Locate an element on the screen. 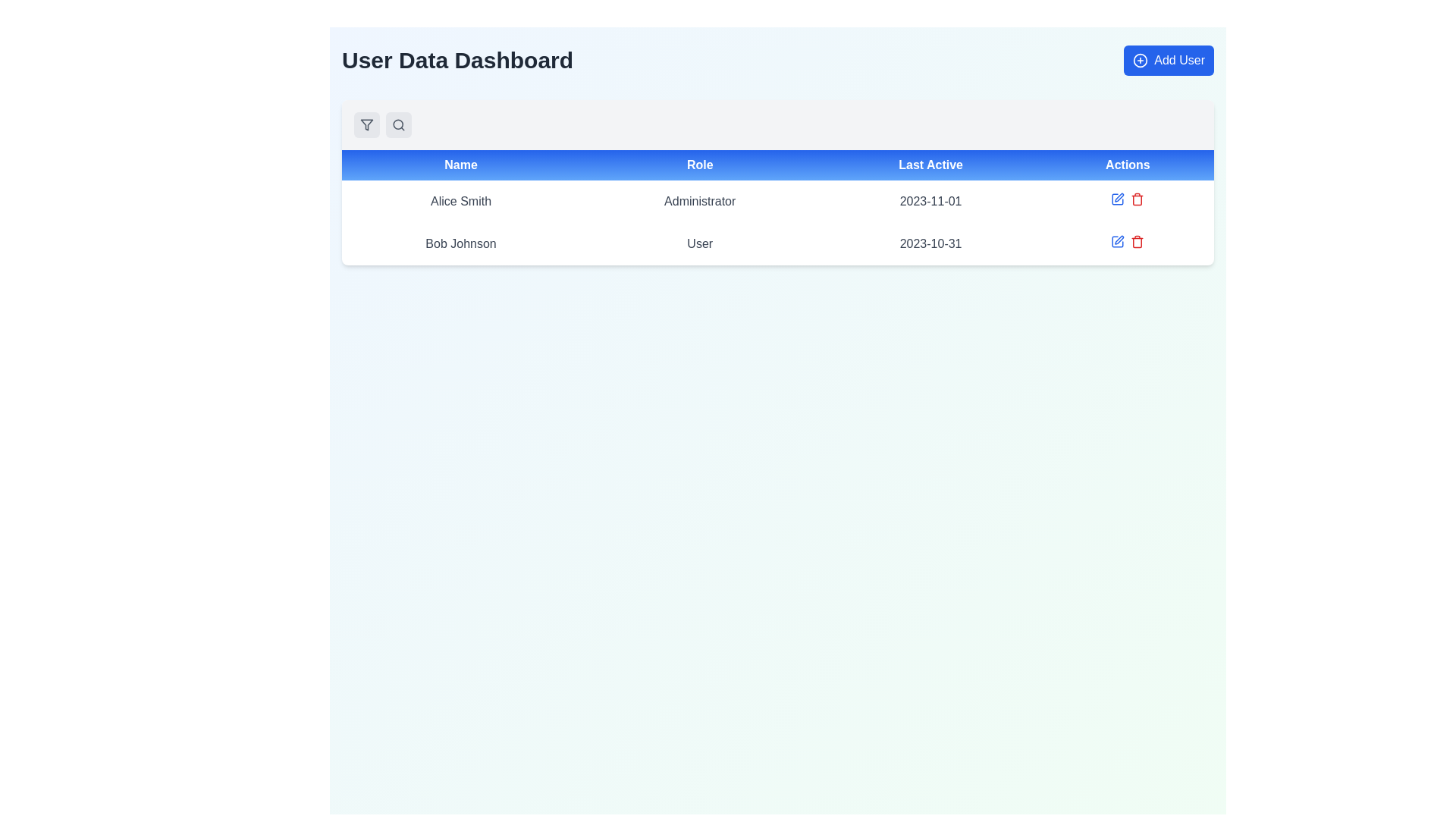 This screenshot has height=819, width=1456. the search button with svg icon located adjacent to the filter icon, allowing for keyboard navigation is located at coordinates (399, 124).